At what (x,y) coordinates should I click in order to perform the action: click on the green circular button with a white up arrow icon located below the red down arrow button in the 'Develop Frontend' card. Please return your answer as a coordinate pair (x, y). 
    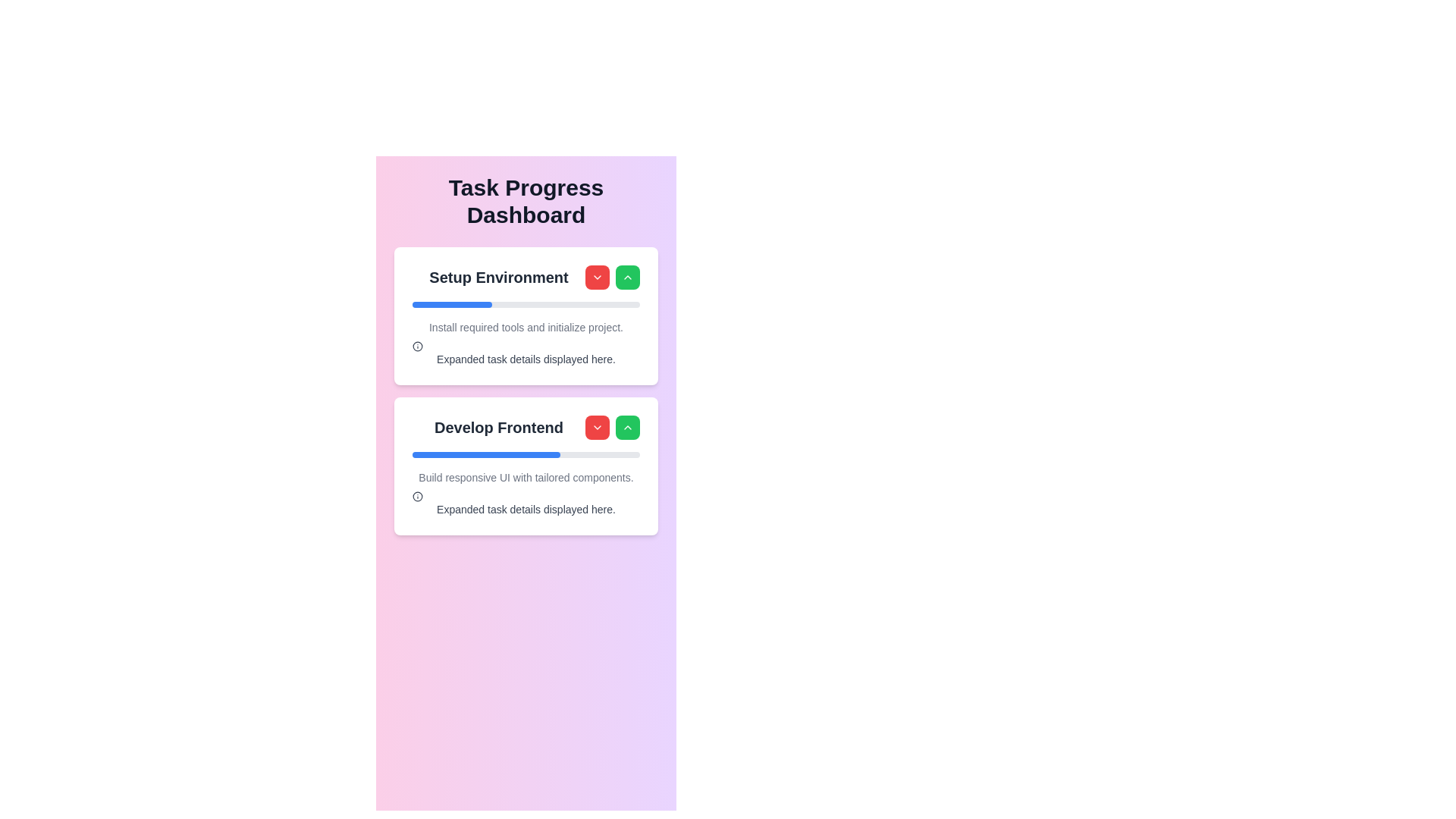
    Looking at the image, I should click on (628, 278).